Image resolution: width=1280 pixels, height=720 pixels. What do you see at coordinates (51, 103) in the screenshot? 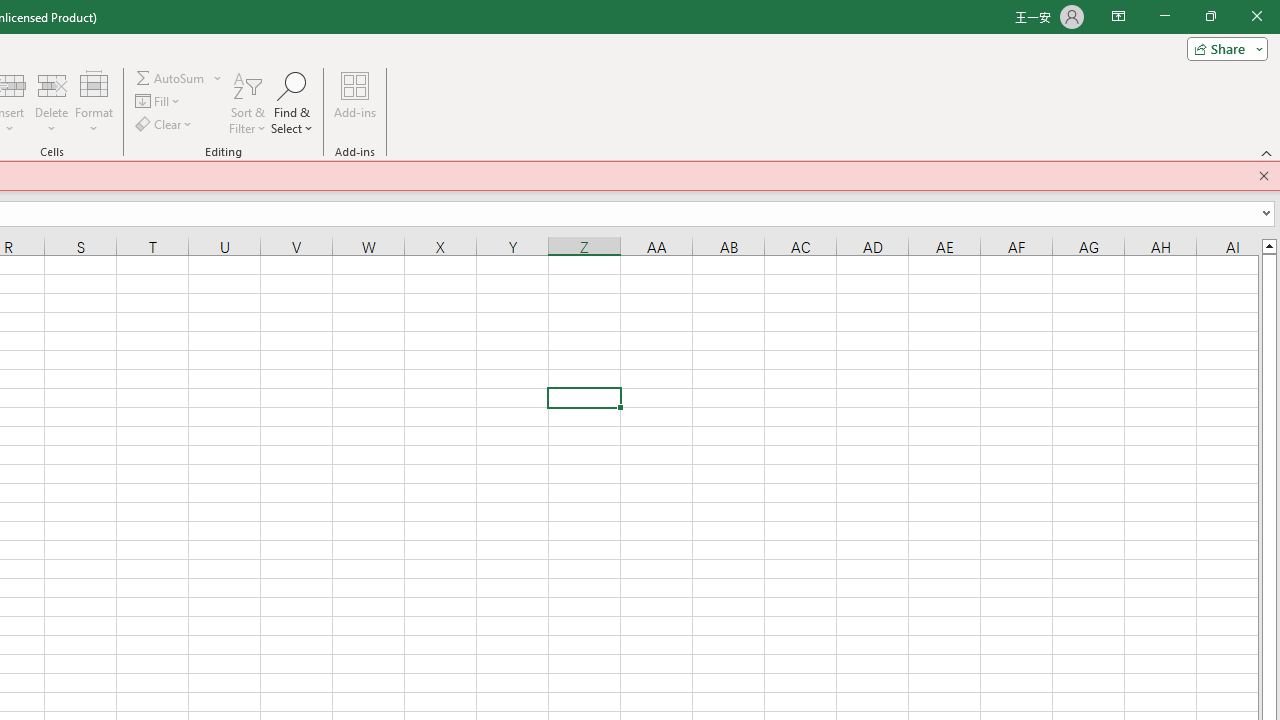
I see `'Delete'` at bounding box center [51, 103].